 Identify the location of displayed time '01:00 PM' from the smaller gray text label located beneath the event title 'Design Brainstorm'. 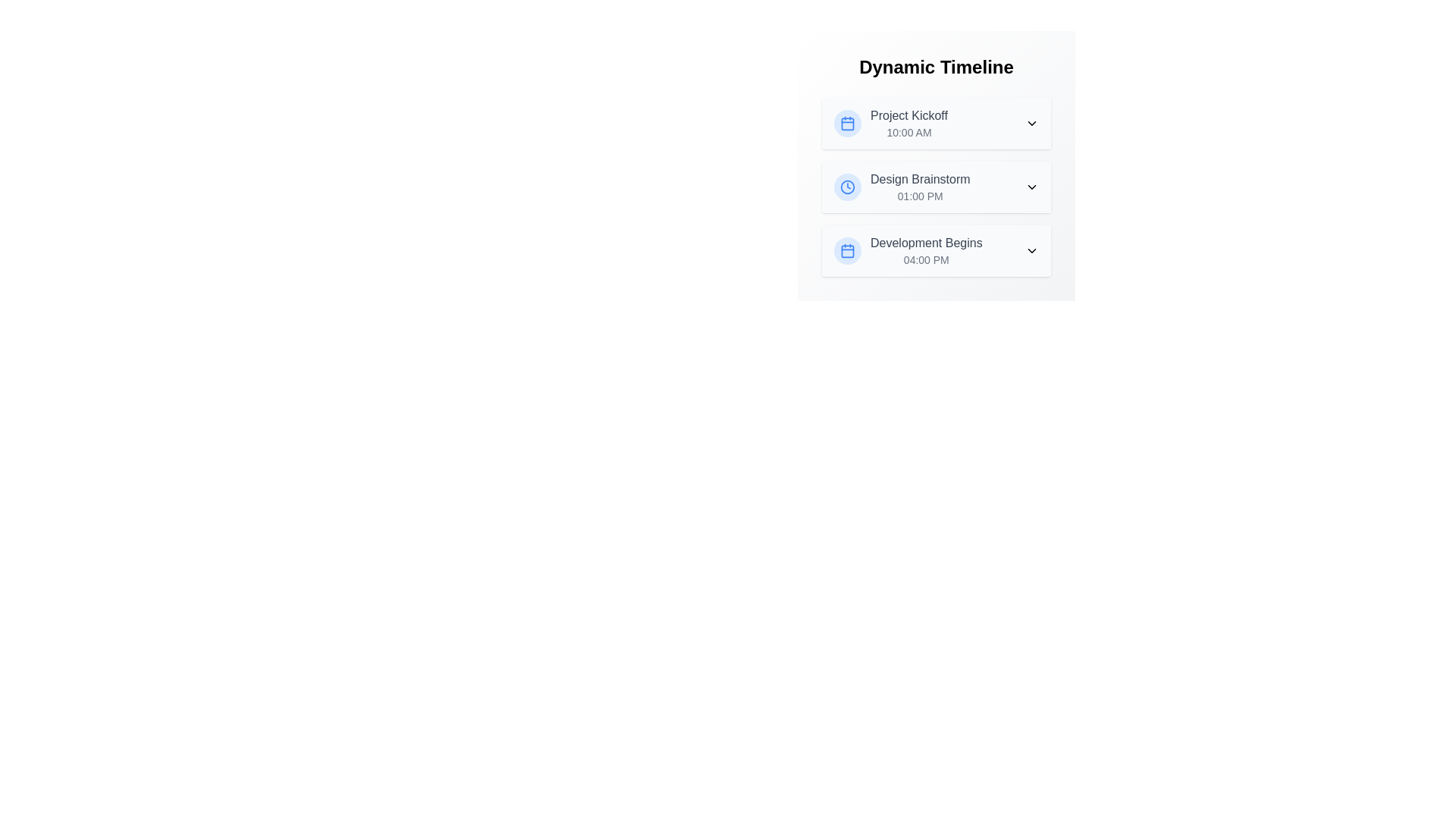
(919, 195).